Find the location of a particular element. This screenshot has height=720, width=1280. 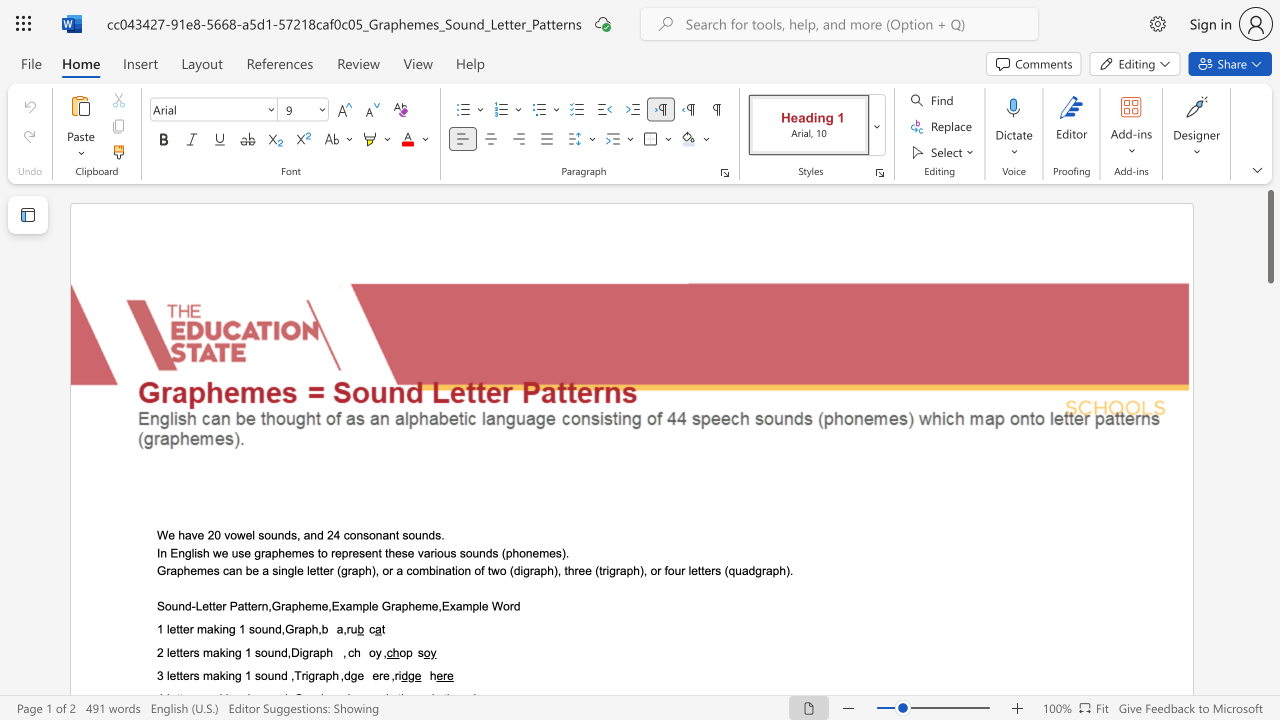

the side scrollbar to bring the page down is located at coordinates (1269, 490).